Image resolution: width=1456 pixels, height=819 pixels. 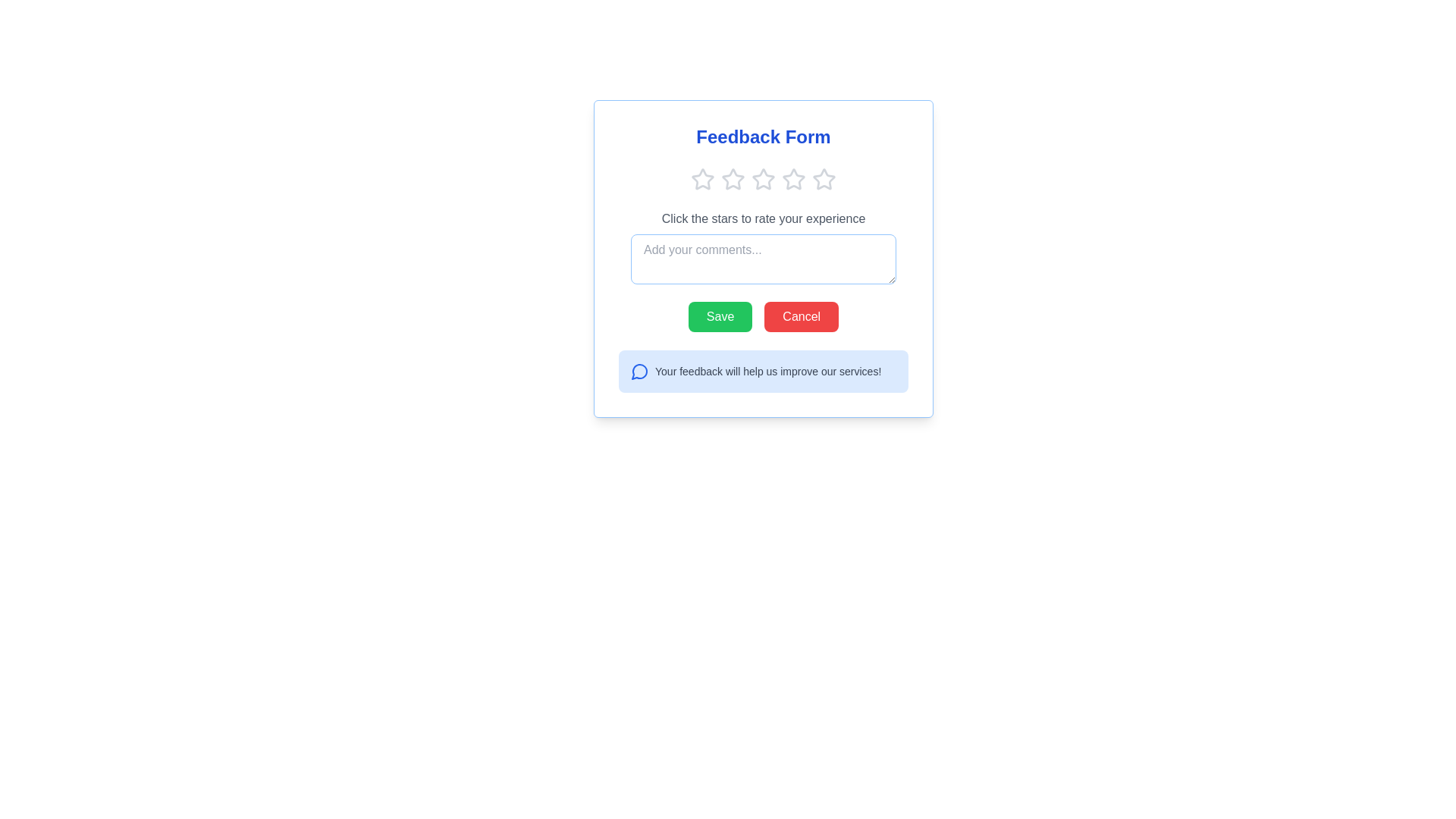 I want to click on the first star-shaped icon in the rating component for the 'Feedback Form' to provide feedback on interaction, so click(x=701, y=178).